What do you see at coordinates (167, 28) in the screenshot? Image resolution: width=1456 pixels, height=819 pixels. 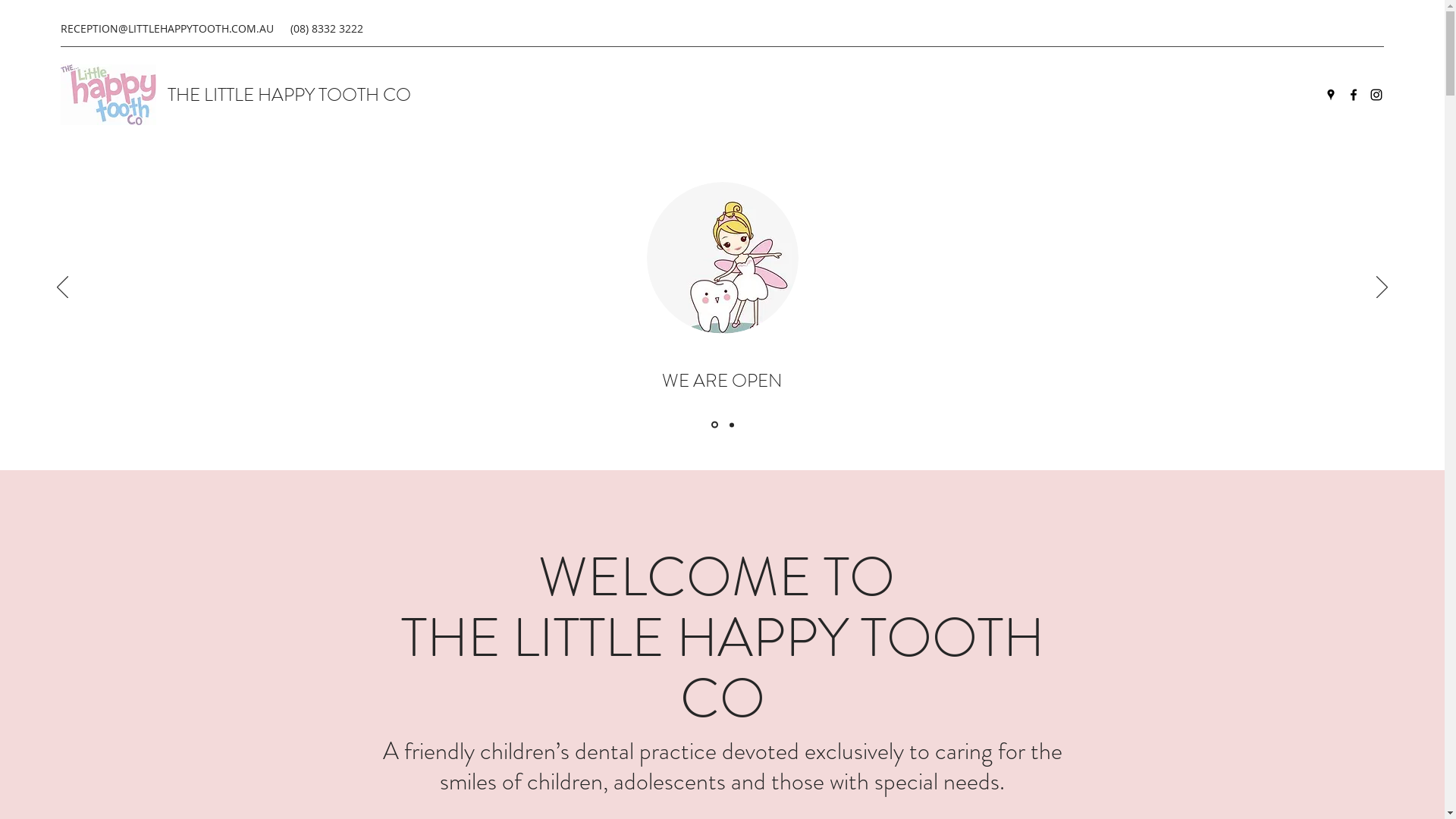 I see `'RECEPTION@LITTLEHAPPYTOOTH.COM.AU'` at bounding box center [167, 28].